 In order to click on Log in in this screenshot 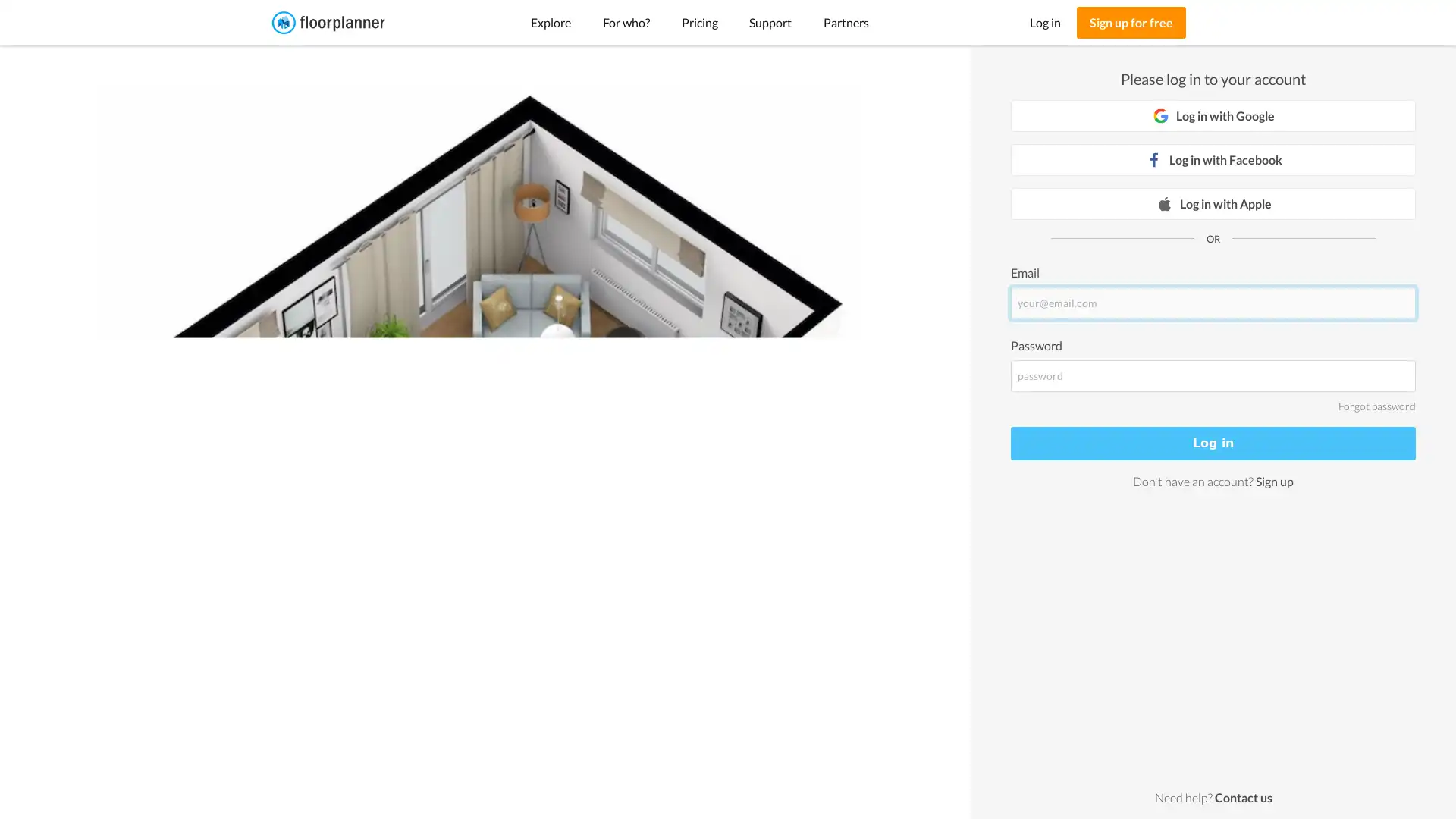, I will do `click(1212, 443)`.